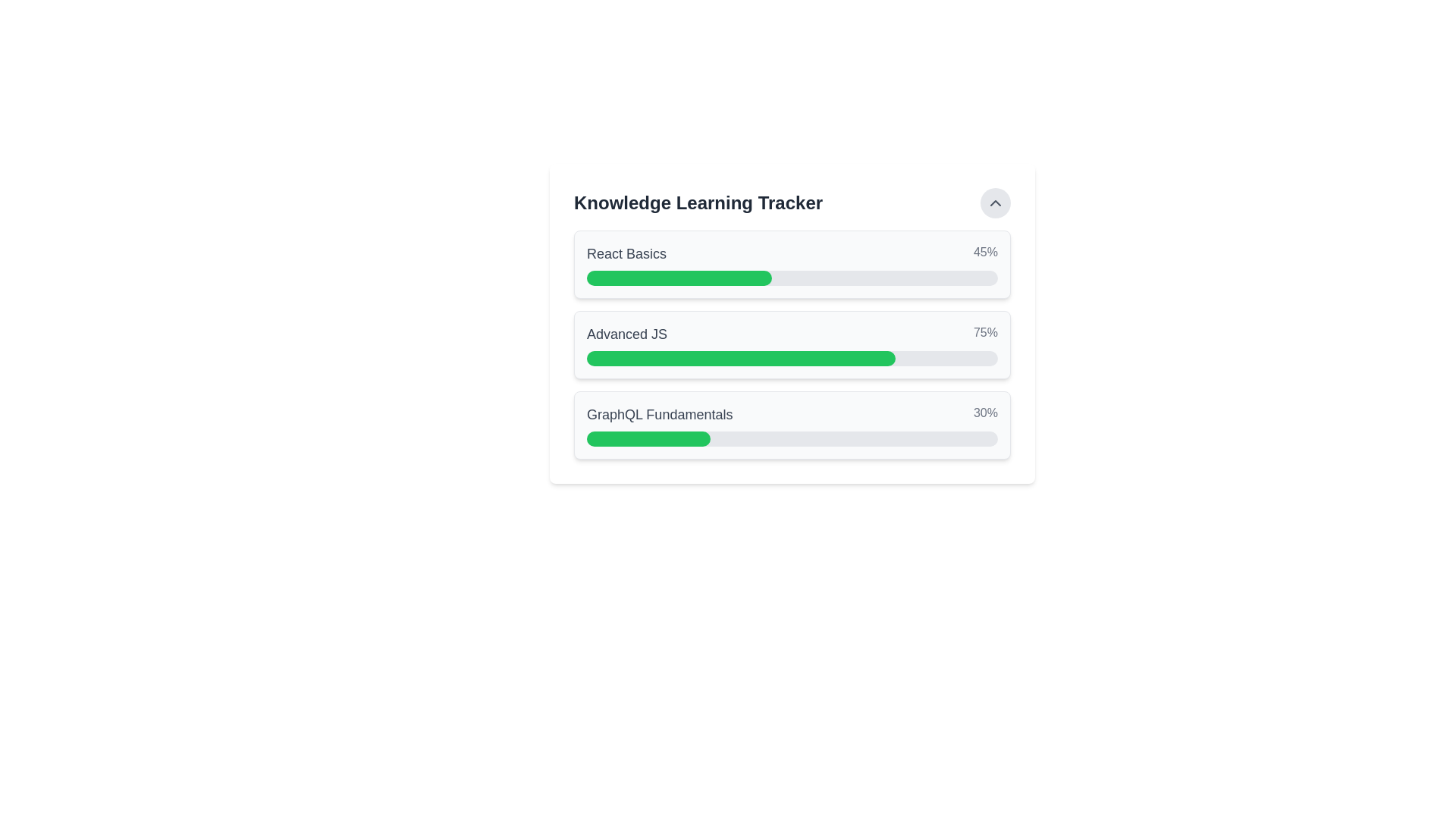 This screenshot has height=819, width=1456. Describe the element at coordinates (792, 345) in the screenshot. I see `the second progress bar in the 'Knowledge Learning Tracker' section that visualizes the user's progress in the 'Advanced JS' course, indicating 75% completion` at that location.